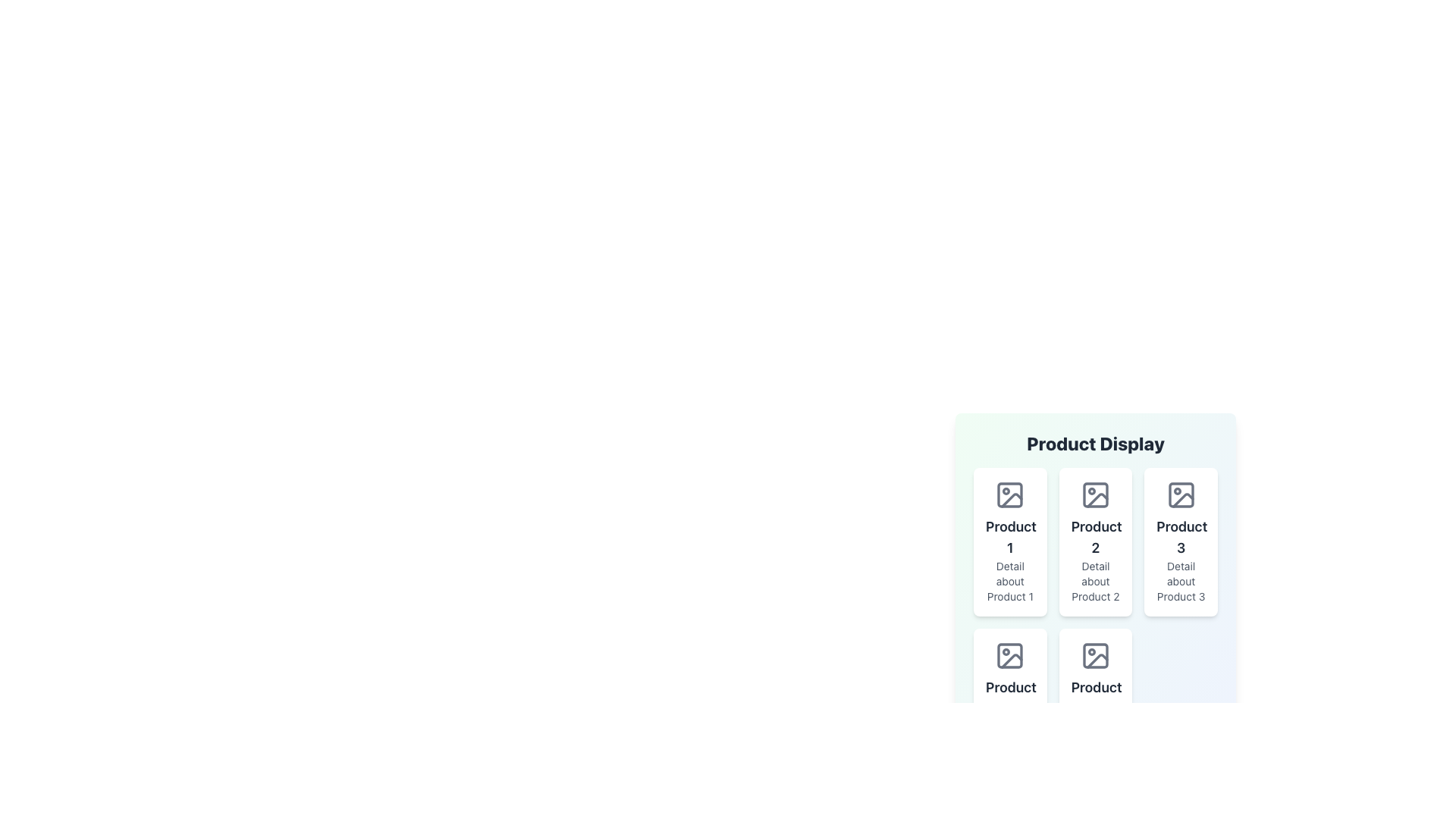  What do you see at coordinates (1095, 541) in the screenshot?
I see `the product display card located in the center column of the first row under the 'Product Display' heading` at bounding box center [1095, 541].